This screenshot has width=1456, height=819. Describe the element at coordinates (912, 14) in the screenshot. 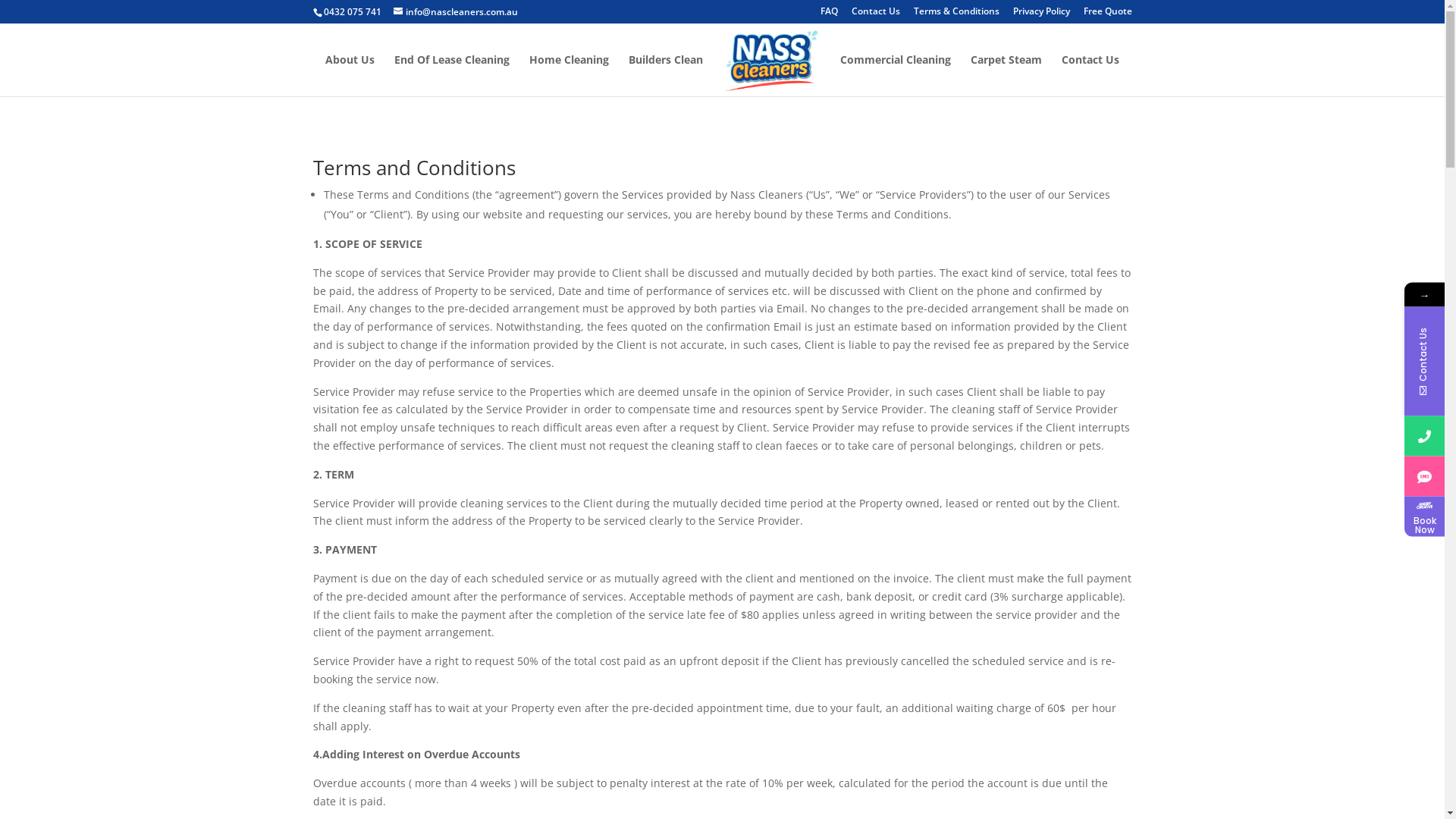

I see `'Terms & Conditions'` at that location.